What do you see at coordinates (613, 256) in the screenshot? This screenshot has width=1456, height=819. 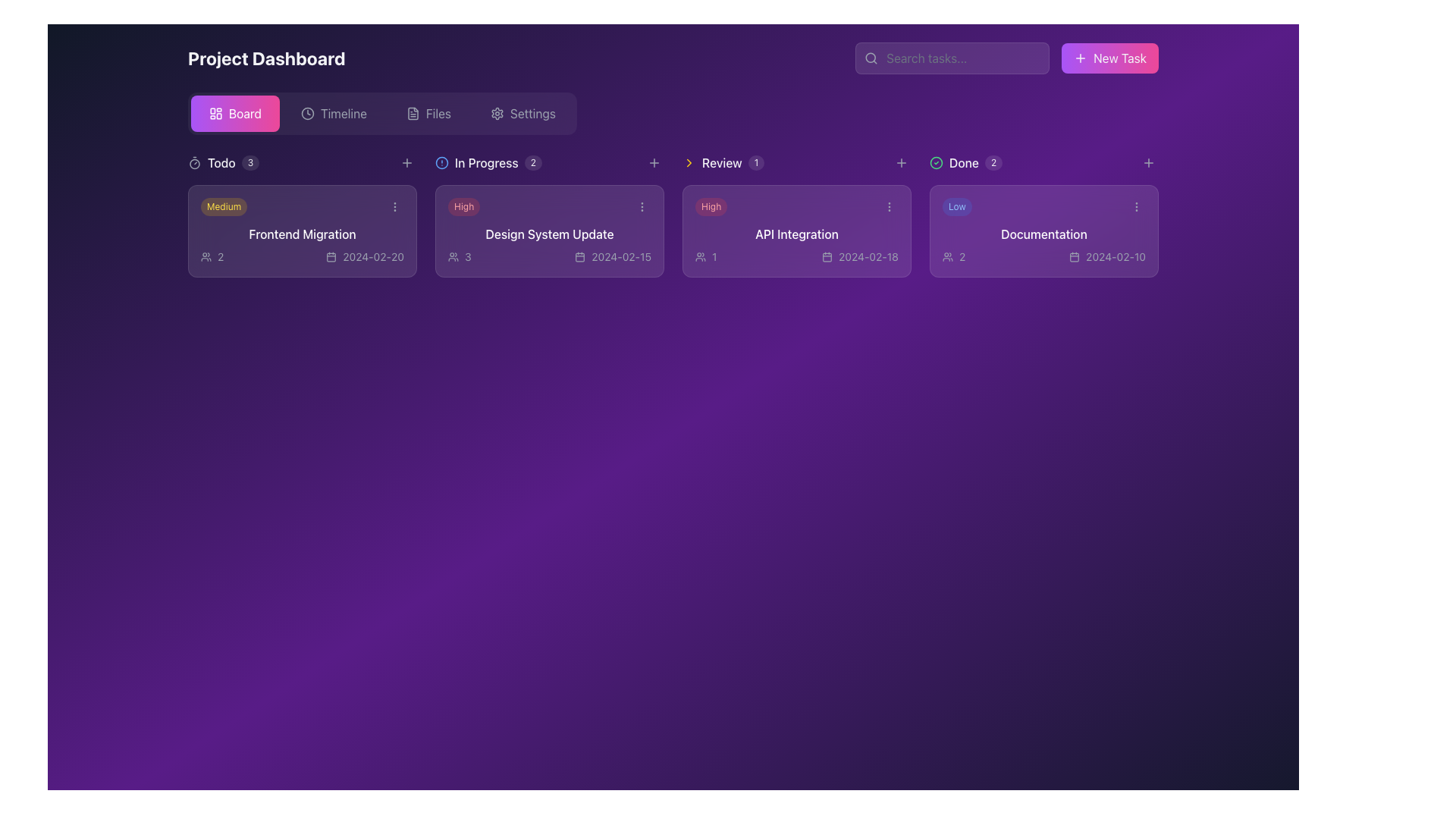 I see `date value '2024-02-15' from the calendar icon and date label located in the second card of the 'In Progress' section, below the text 'Design System Update'` at bounding box center [613, 256].